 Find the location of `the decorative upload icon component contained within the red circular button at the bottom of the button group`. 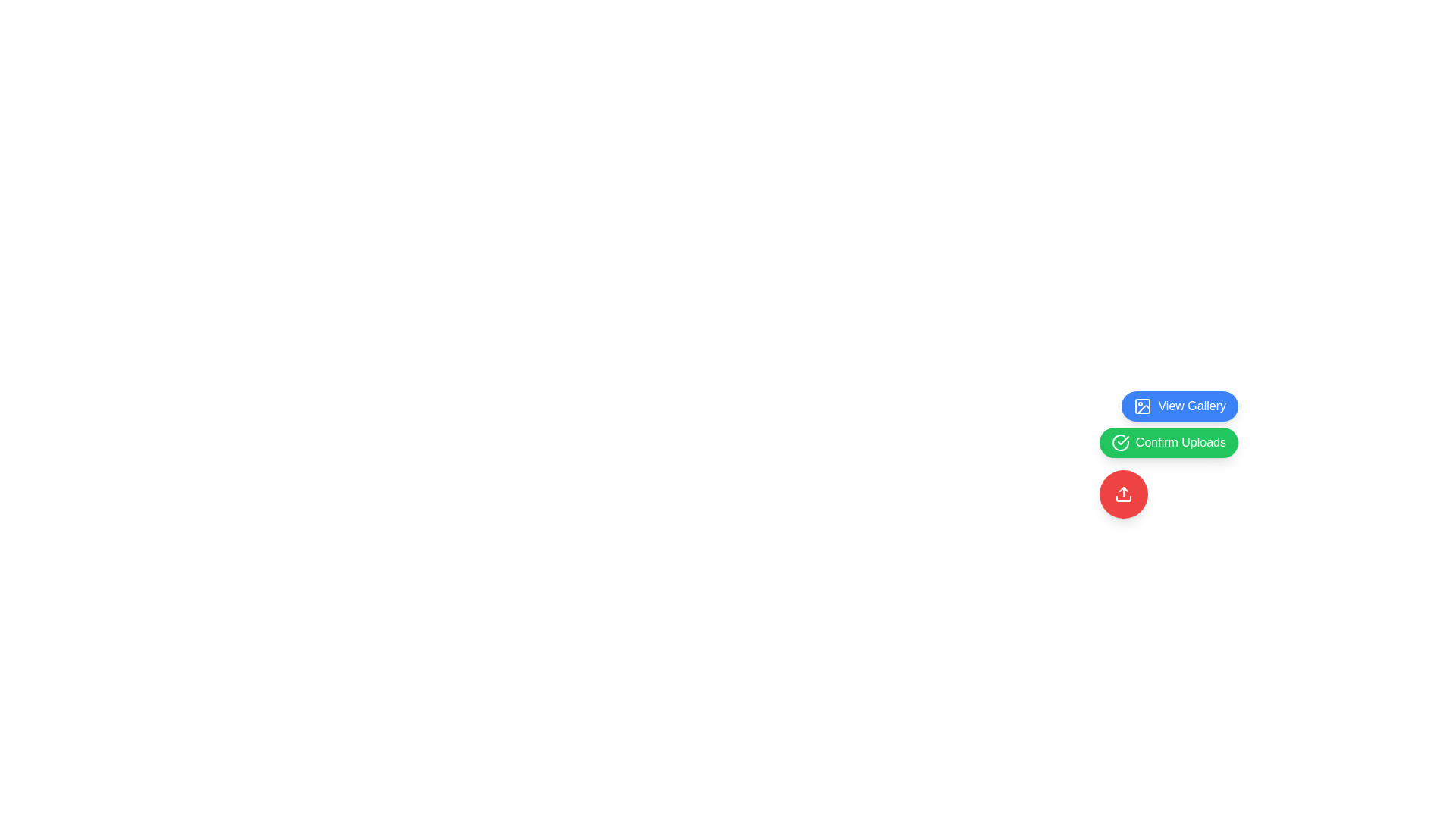

the decorative upload icon component contained within the red circular button at the bottom of the button group is located at coordinates (1123, 499).